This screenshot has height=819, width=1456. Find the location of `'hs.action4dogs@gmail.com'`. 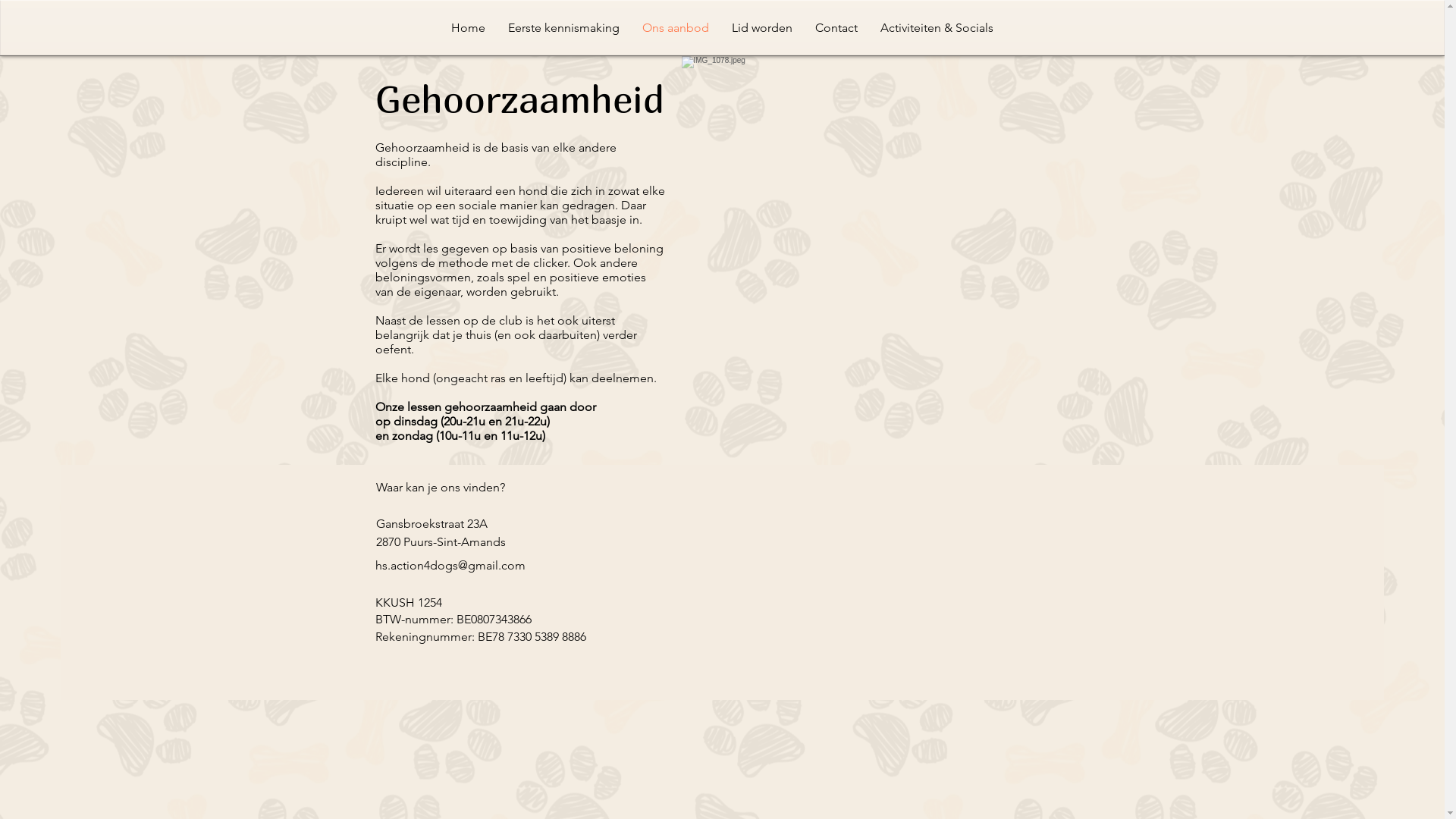

'hs.action4dogs@gmail.com' is located at coordinates (449, 565).